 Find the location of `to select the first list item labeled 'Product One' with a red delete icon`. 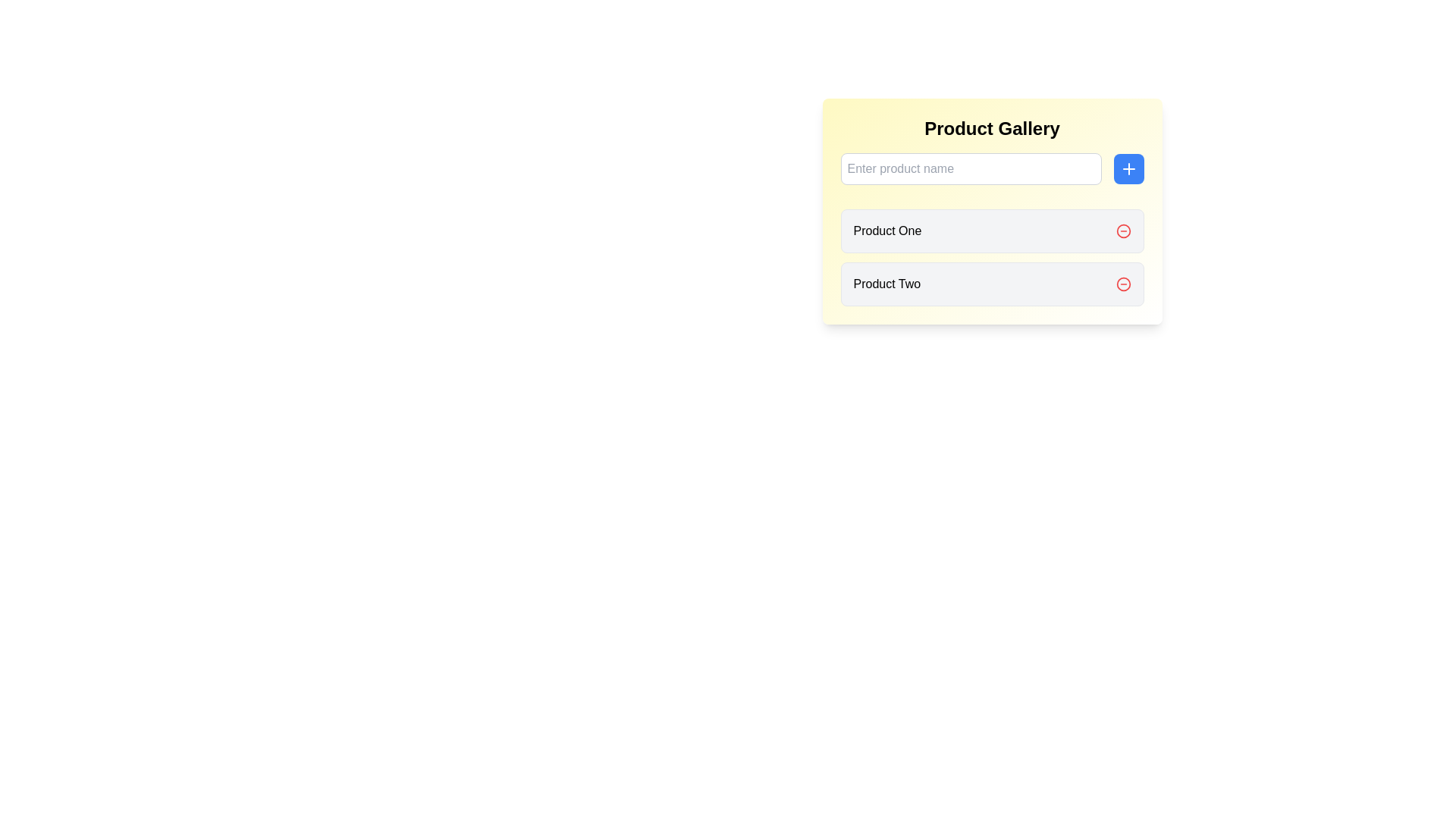

to select the first list item labeled 'Product One' with a red delete icon is located at coordinates (992, 231).